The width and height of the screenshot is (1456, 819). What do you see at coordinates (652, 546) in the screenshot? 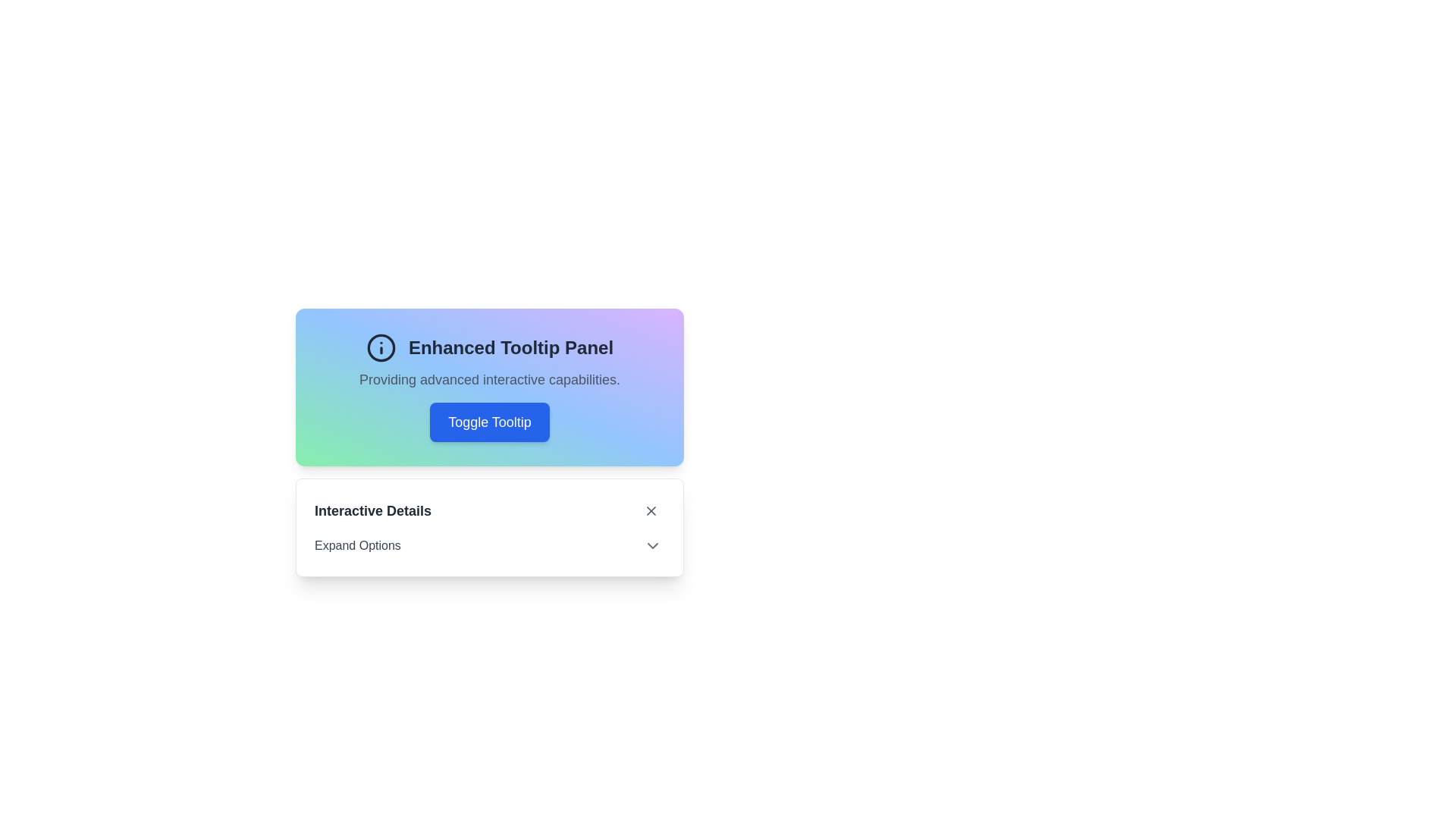
I see `the downward-pointing chevron icon of the Dropdown Trigger located at the right end of the 'Expand Options' row` at bounding box center [652, 546].